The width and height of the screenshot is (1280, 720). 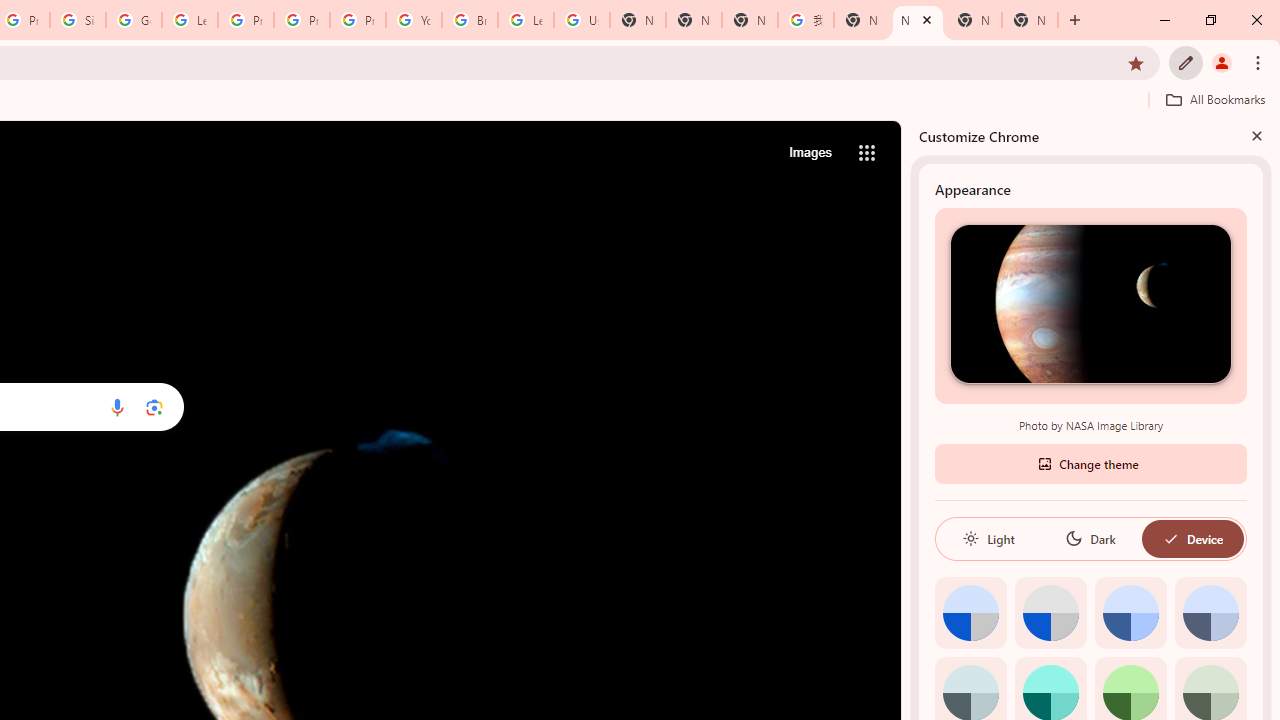 What do you see at coordinates (1170, 537) in the screenshot?
I see `'AutomationID: baseSvg'` at bounding box center [1170, 537].